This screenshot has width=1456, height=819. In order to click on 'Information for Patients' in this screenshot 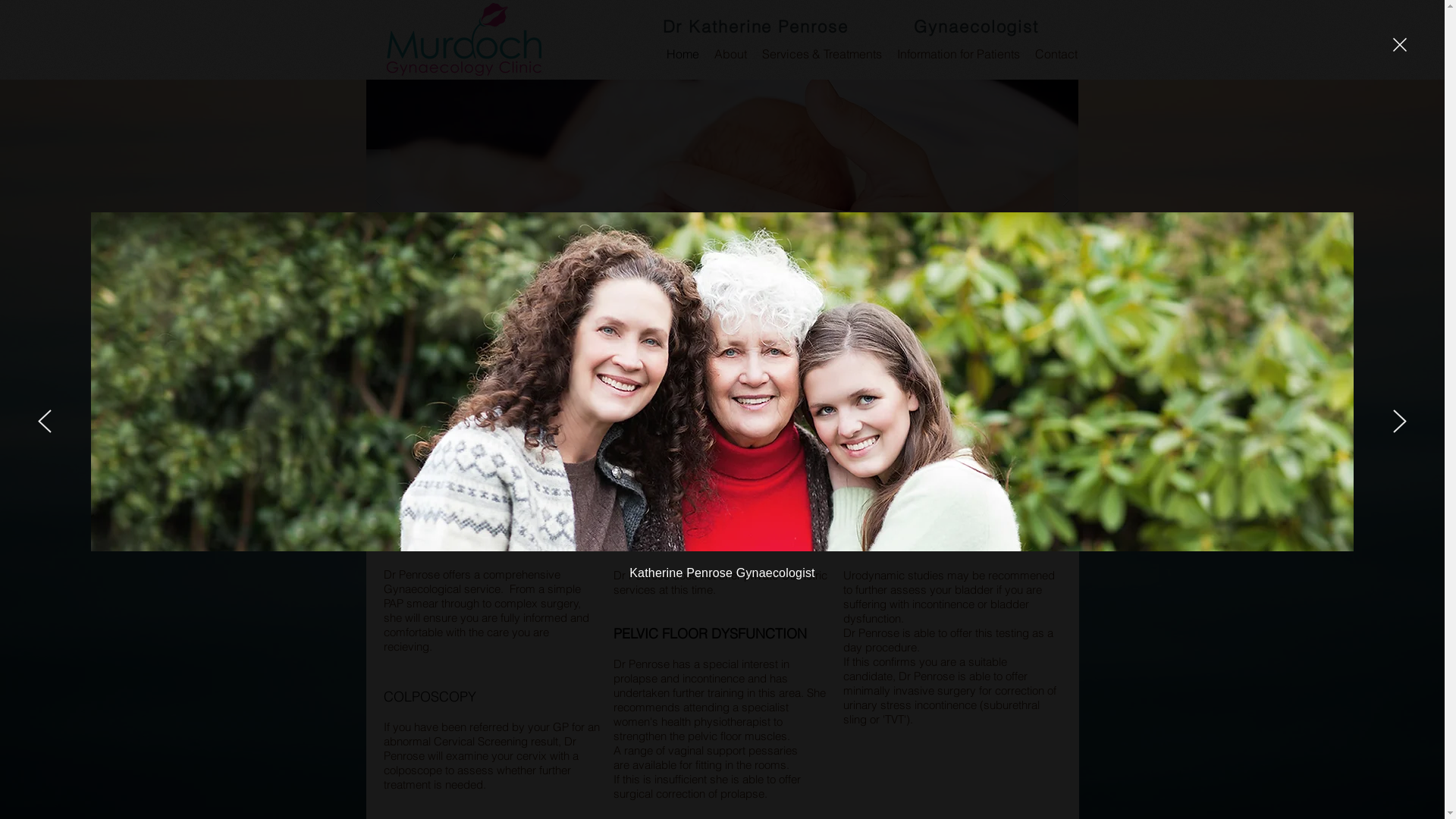, I will do `click(956, 52)`.